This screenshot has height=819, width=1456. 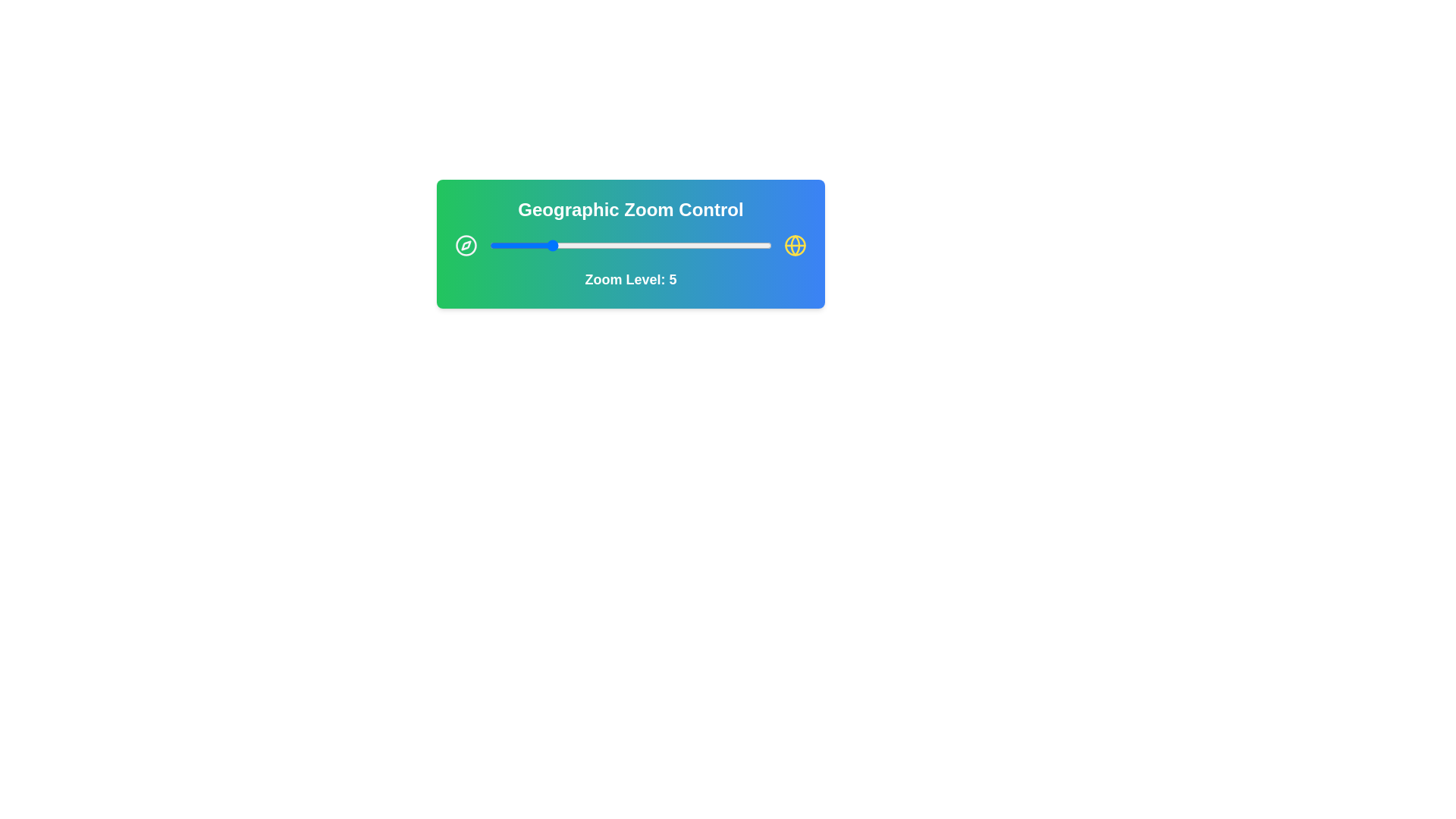 I want to click on the zoom level to 19 by interacting with the slider, so click(x=757, y=245).